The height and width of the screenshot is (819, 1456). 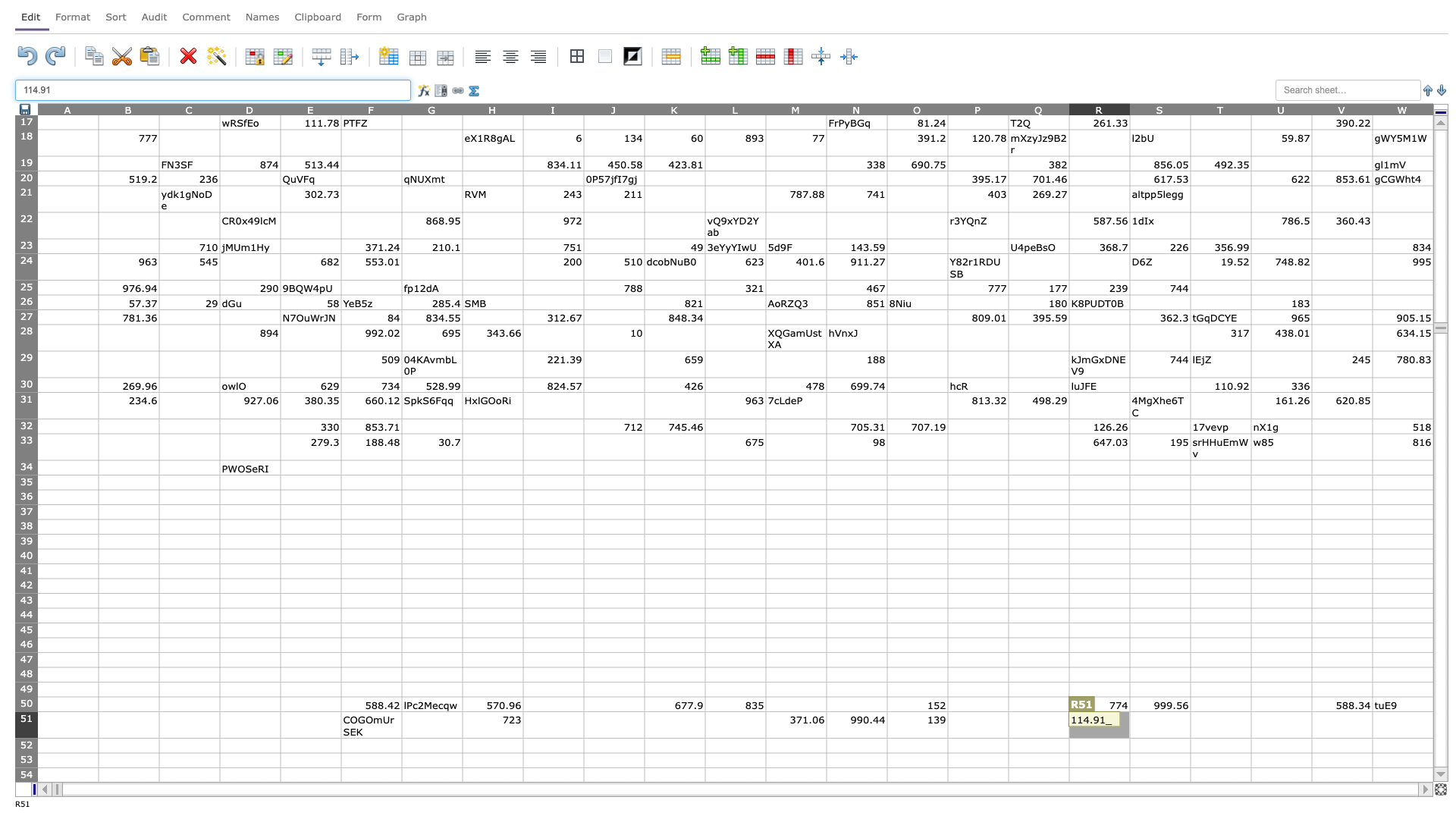 What do you see at coordinates (1129, 711) in the screenshot?
I see `top left corner of S51` at bounding box center [1129, 711].